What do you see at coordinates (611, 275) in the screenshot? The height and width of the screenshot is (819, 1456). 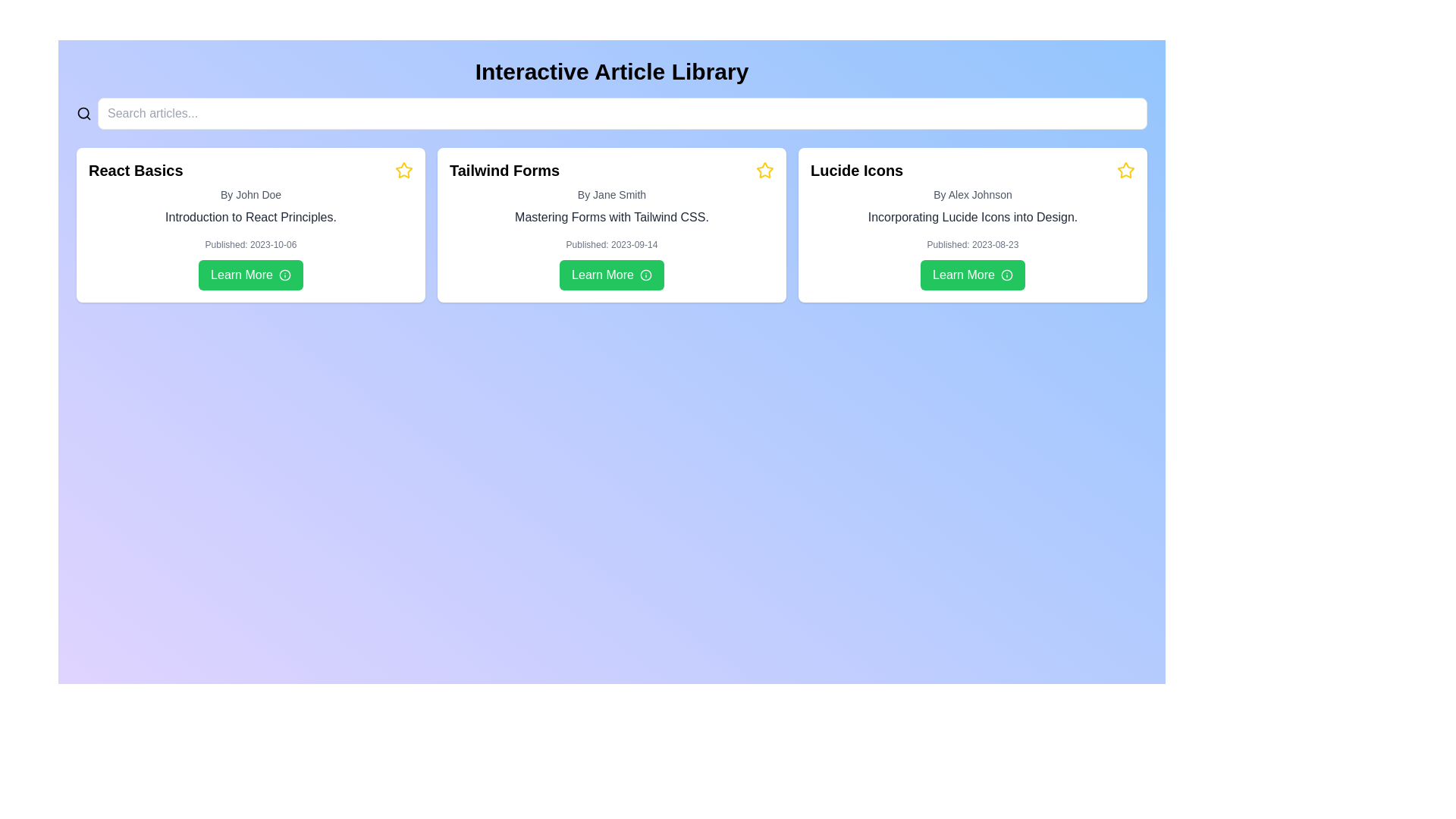 I see `the button located at the bottom center of the middle content card` at bounding box center [611, 275].